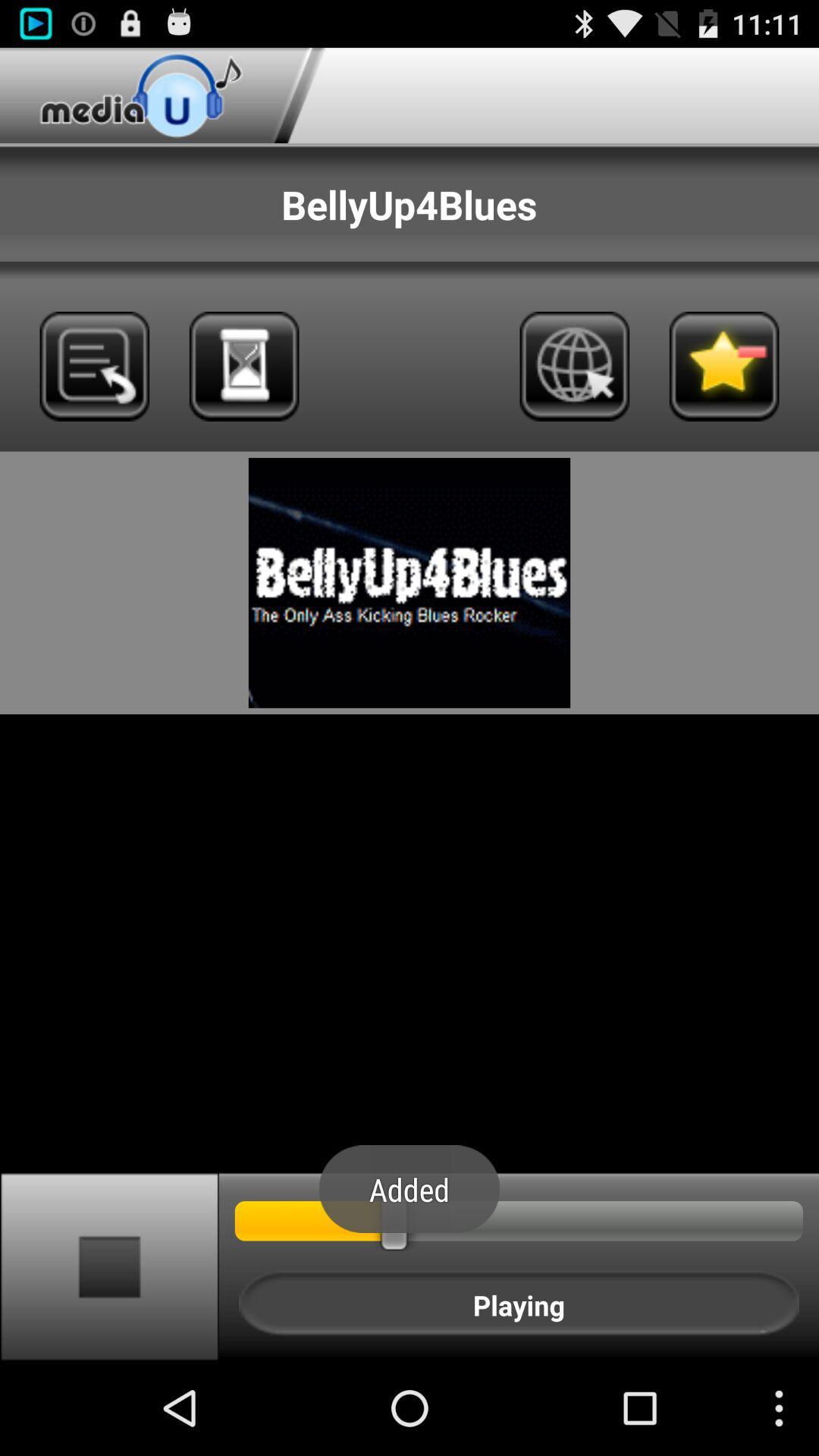 The width and height of the screenshot is (819, 1456). What do you see at coordinates (108, 1266) in the screenshot?
I see `stop option` at bounding box center [108, 1266].